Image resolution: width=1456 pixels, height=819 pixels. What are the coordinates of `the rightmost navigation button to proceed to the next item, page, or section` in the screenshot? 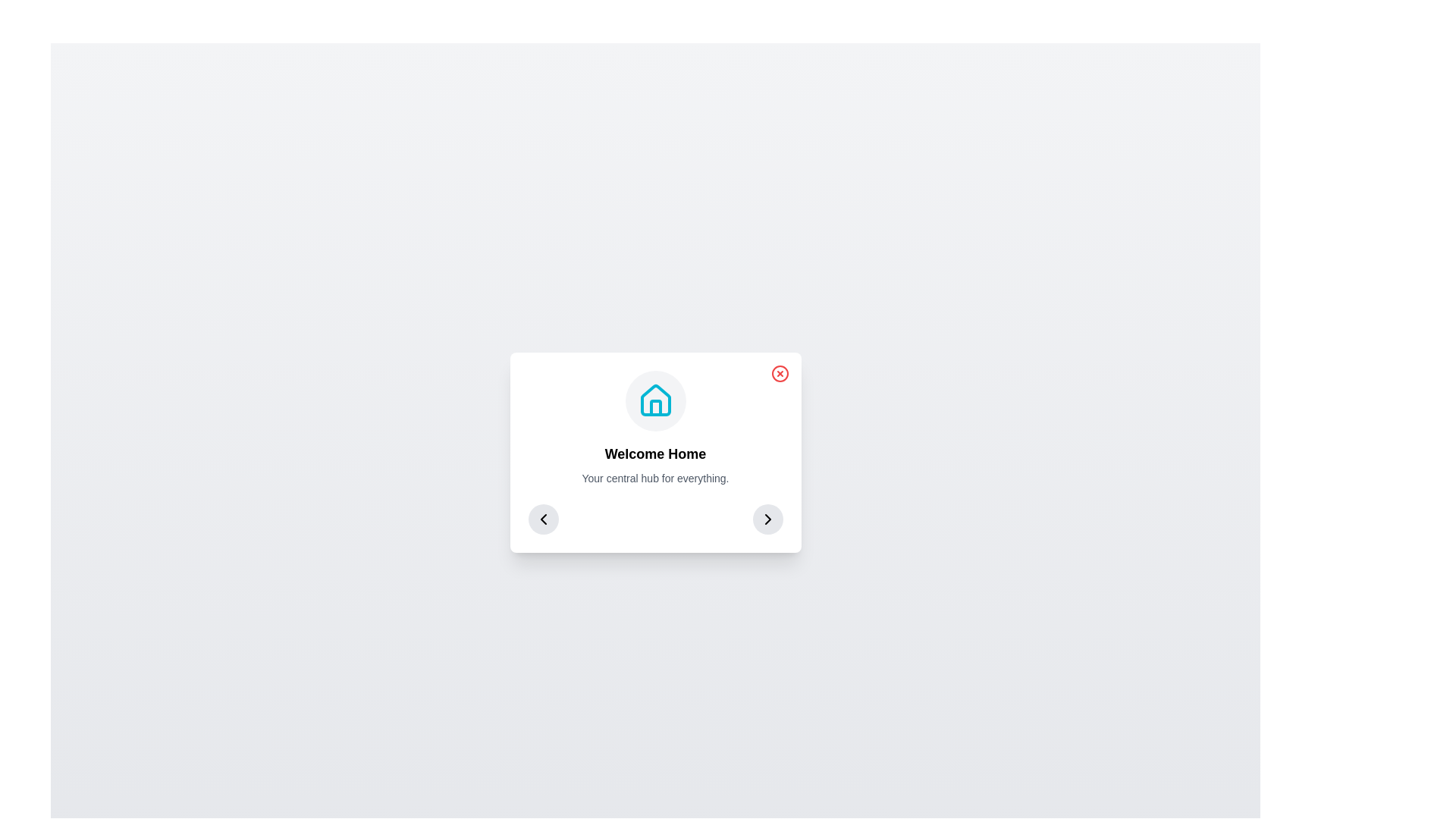 It's located at (767, 519).